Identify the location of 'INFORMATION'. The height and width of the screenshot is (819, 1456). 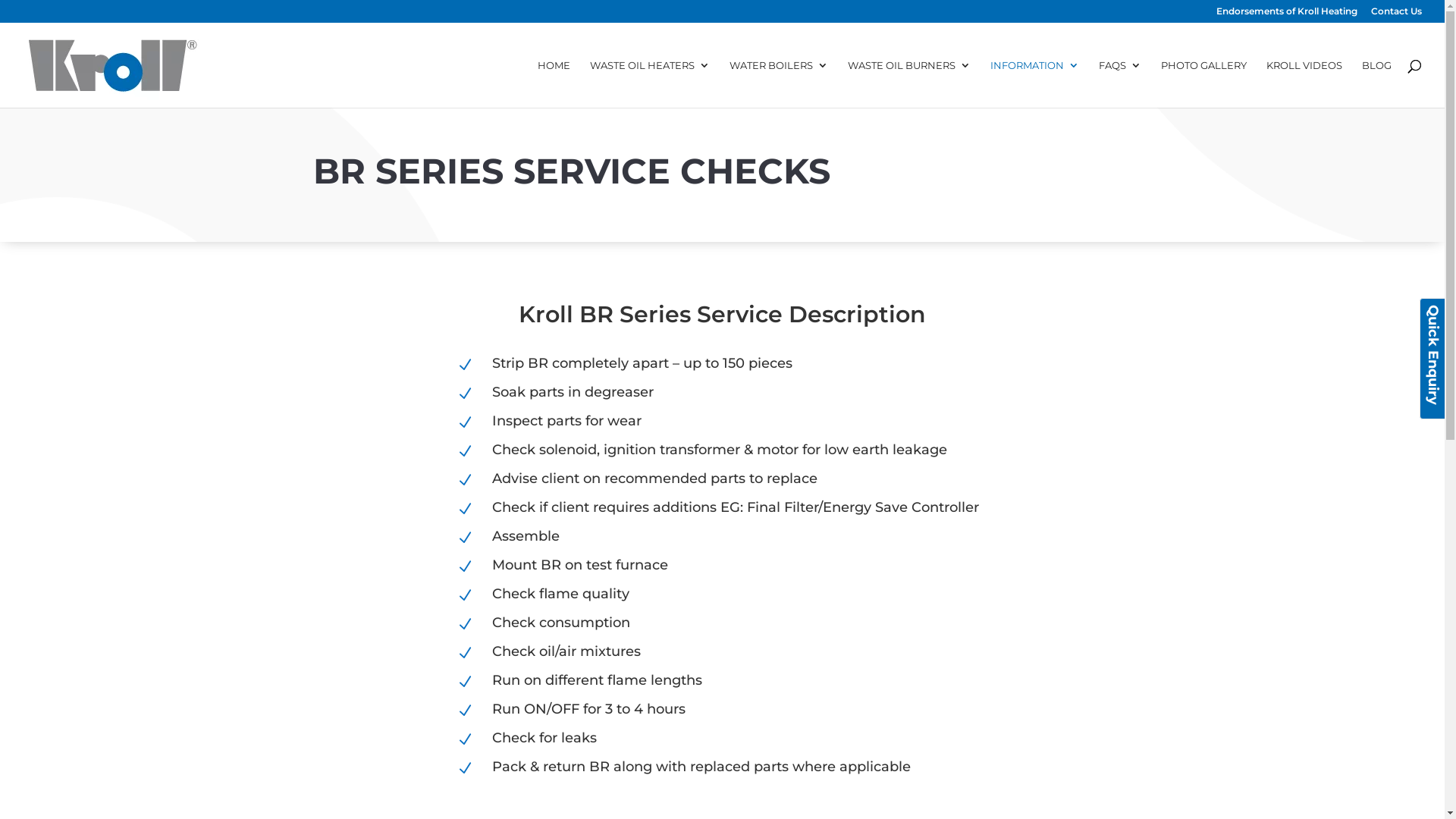
(990, 83).